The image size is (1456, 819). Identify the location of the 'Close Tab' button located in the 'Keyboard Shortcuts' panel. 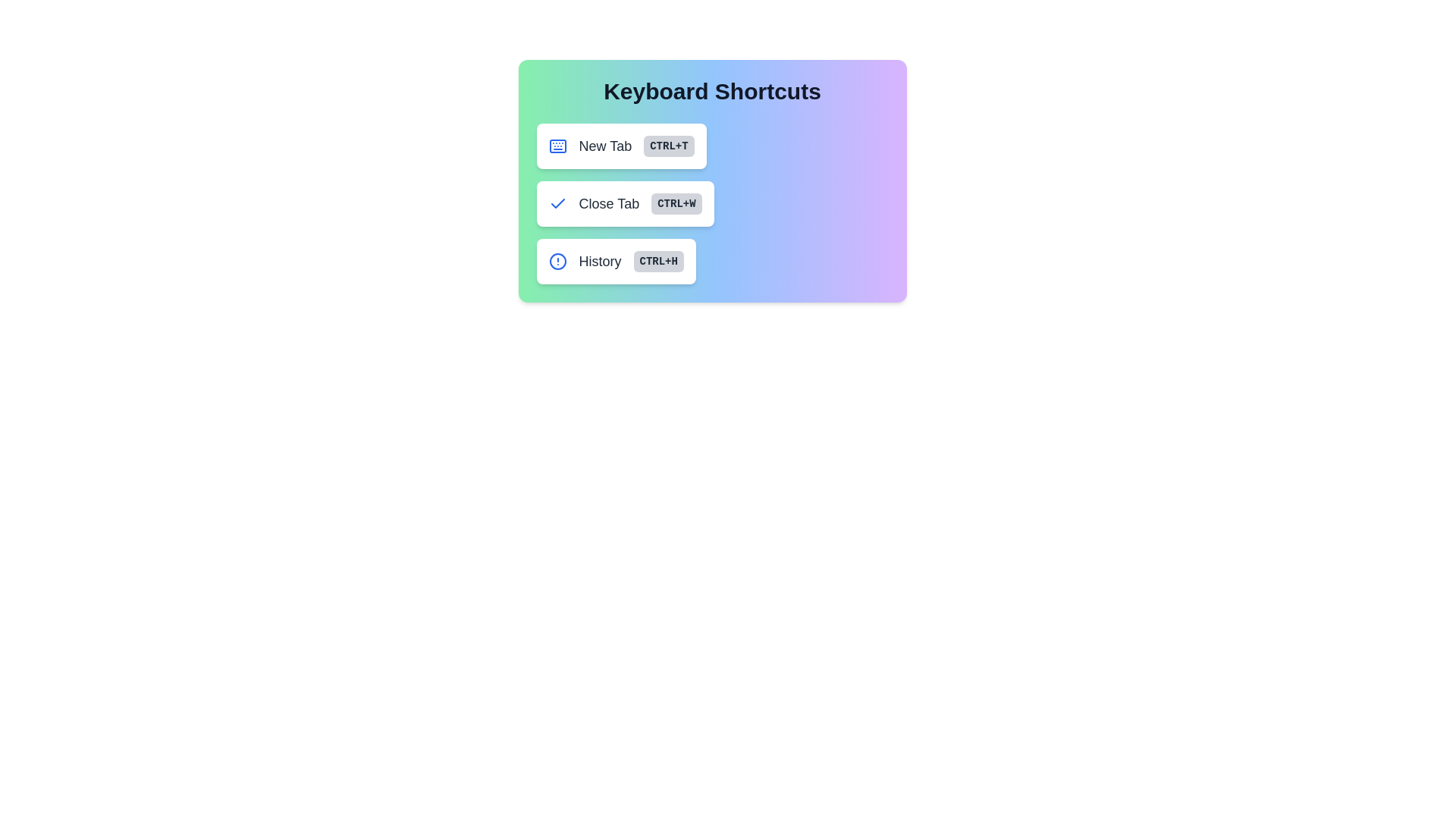
(711, 203).